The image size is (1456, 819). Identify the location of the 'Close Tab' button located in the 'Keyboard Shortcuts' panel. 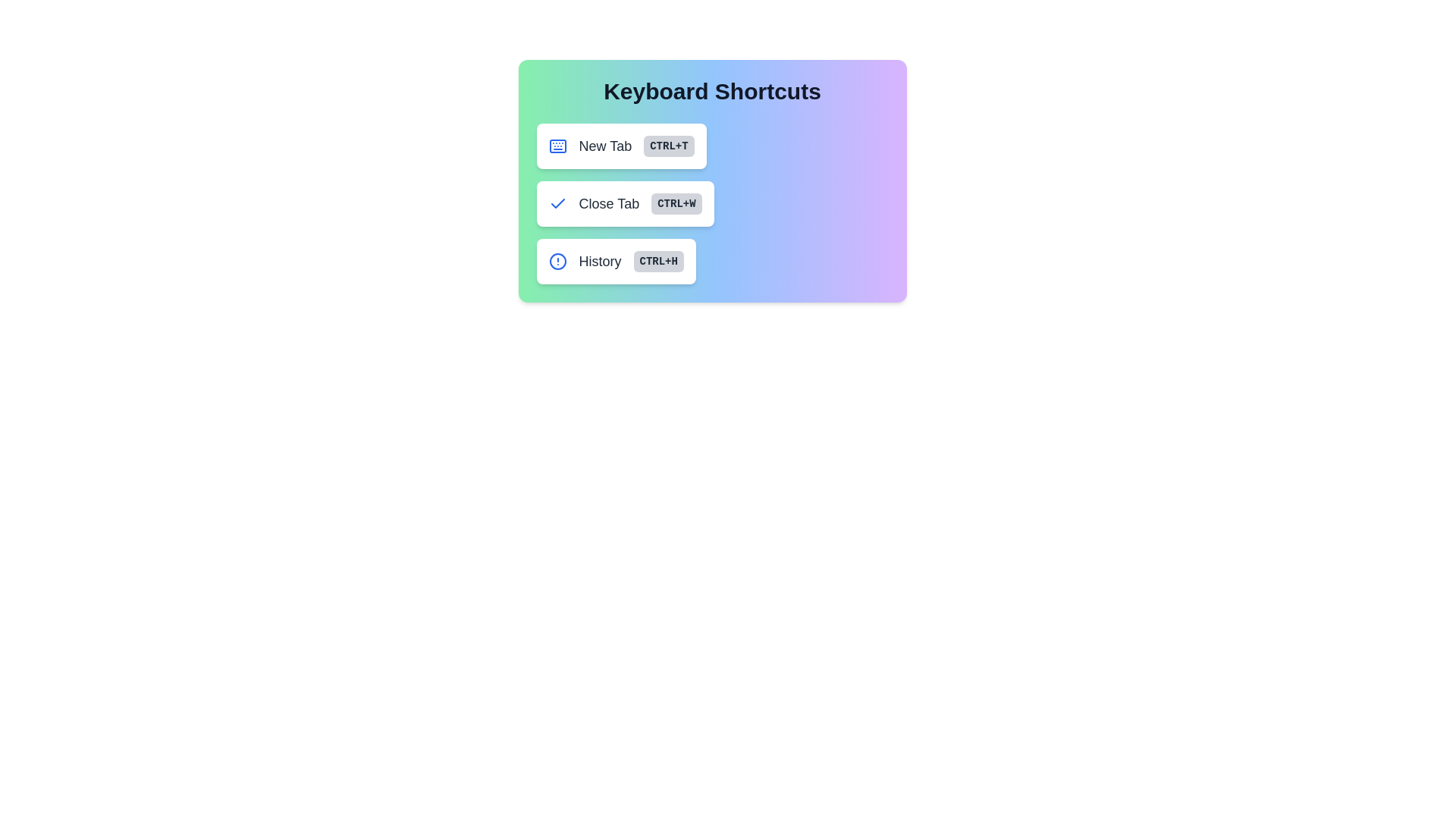
(711, 203).